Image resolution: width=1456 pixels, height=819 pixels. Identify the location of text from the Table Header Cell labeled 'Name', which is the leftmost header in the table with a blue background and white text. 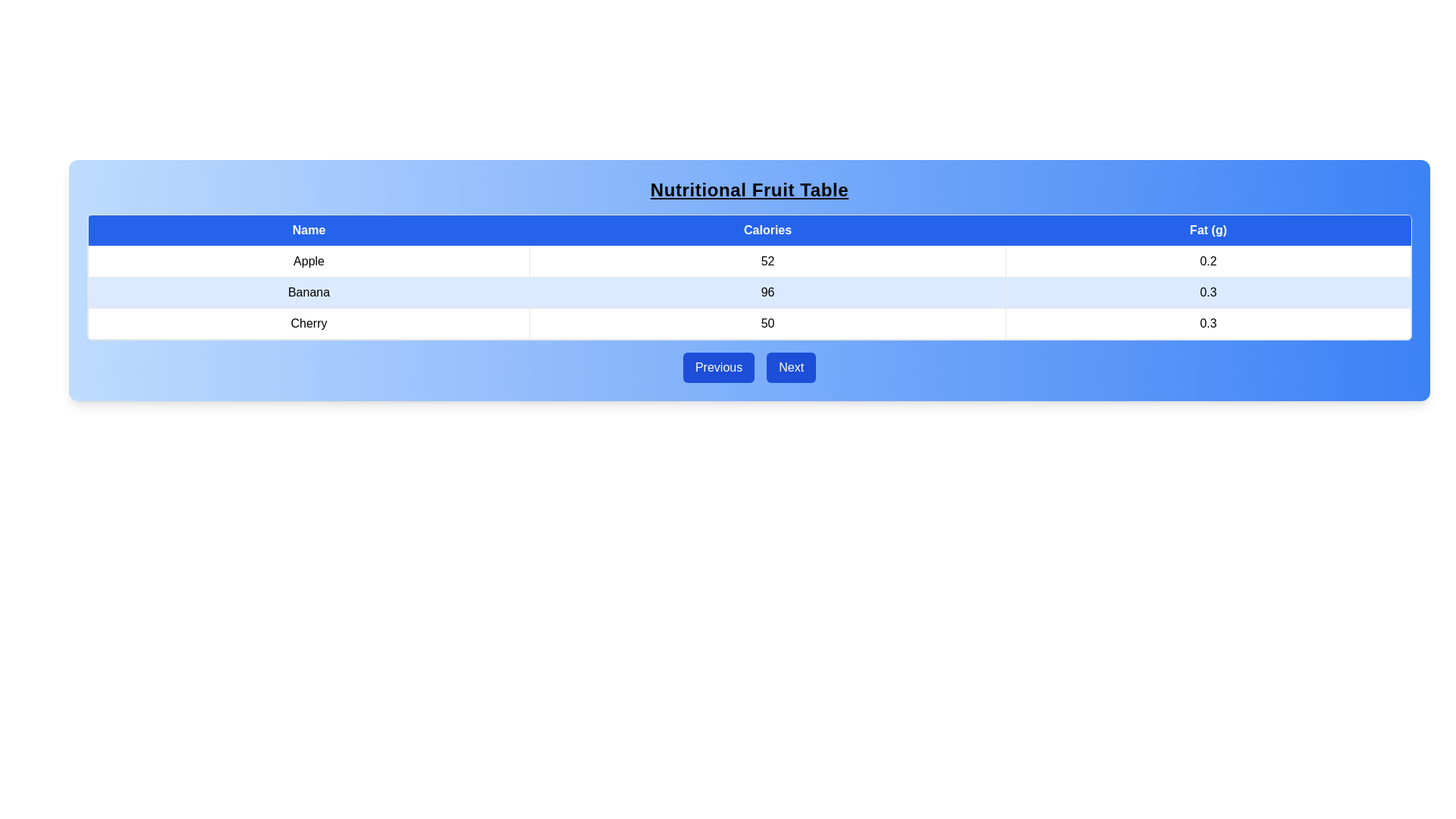
(308, 231).